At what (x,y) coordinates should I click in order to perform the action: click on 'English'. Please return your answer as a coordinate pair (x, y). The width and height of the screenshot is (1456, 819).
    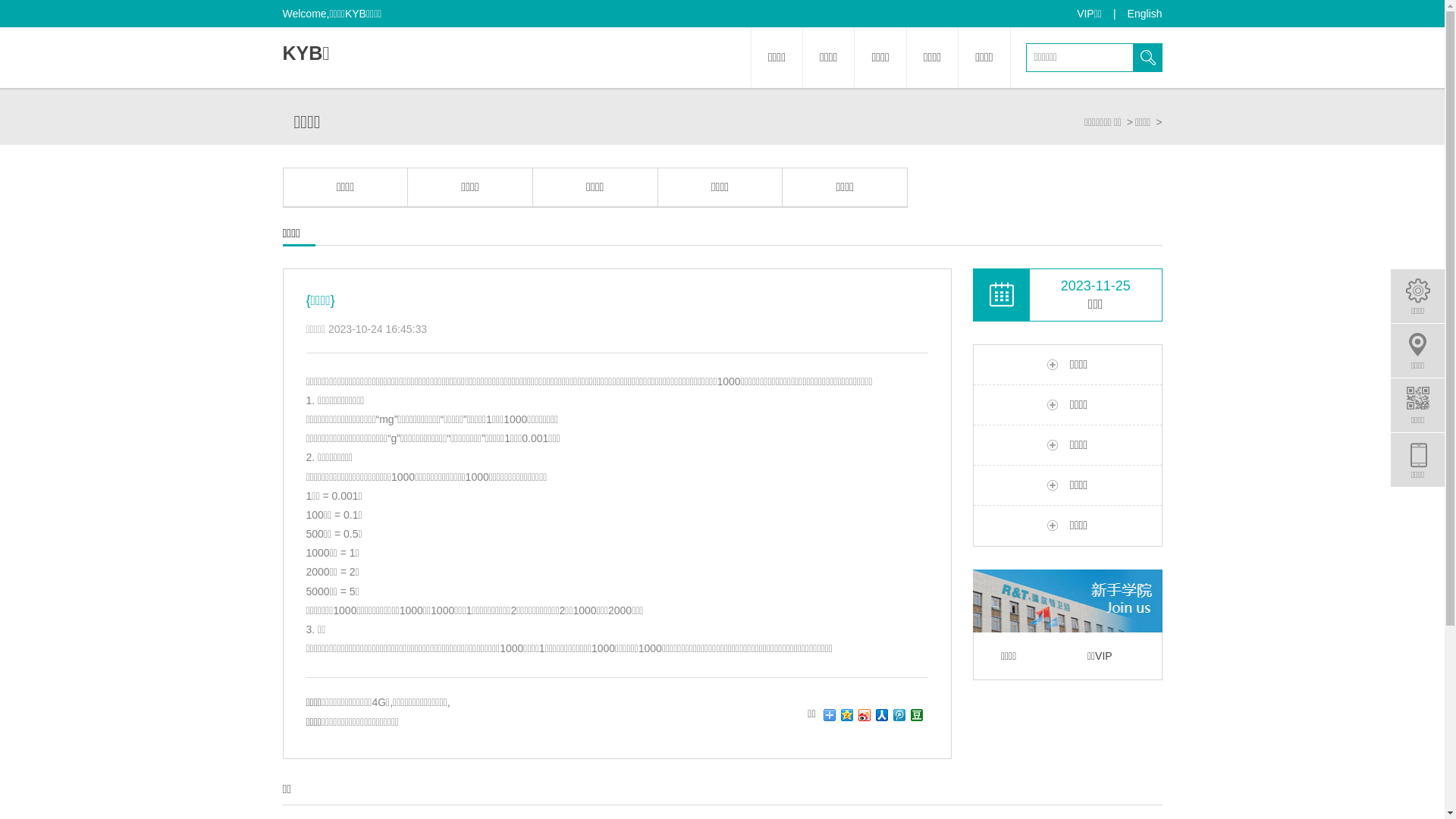
    Looking at the image, I should click on (1145, 14).